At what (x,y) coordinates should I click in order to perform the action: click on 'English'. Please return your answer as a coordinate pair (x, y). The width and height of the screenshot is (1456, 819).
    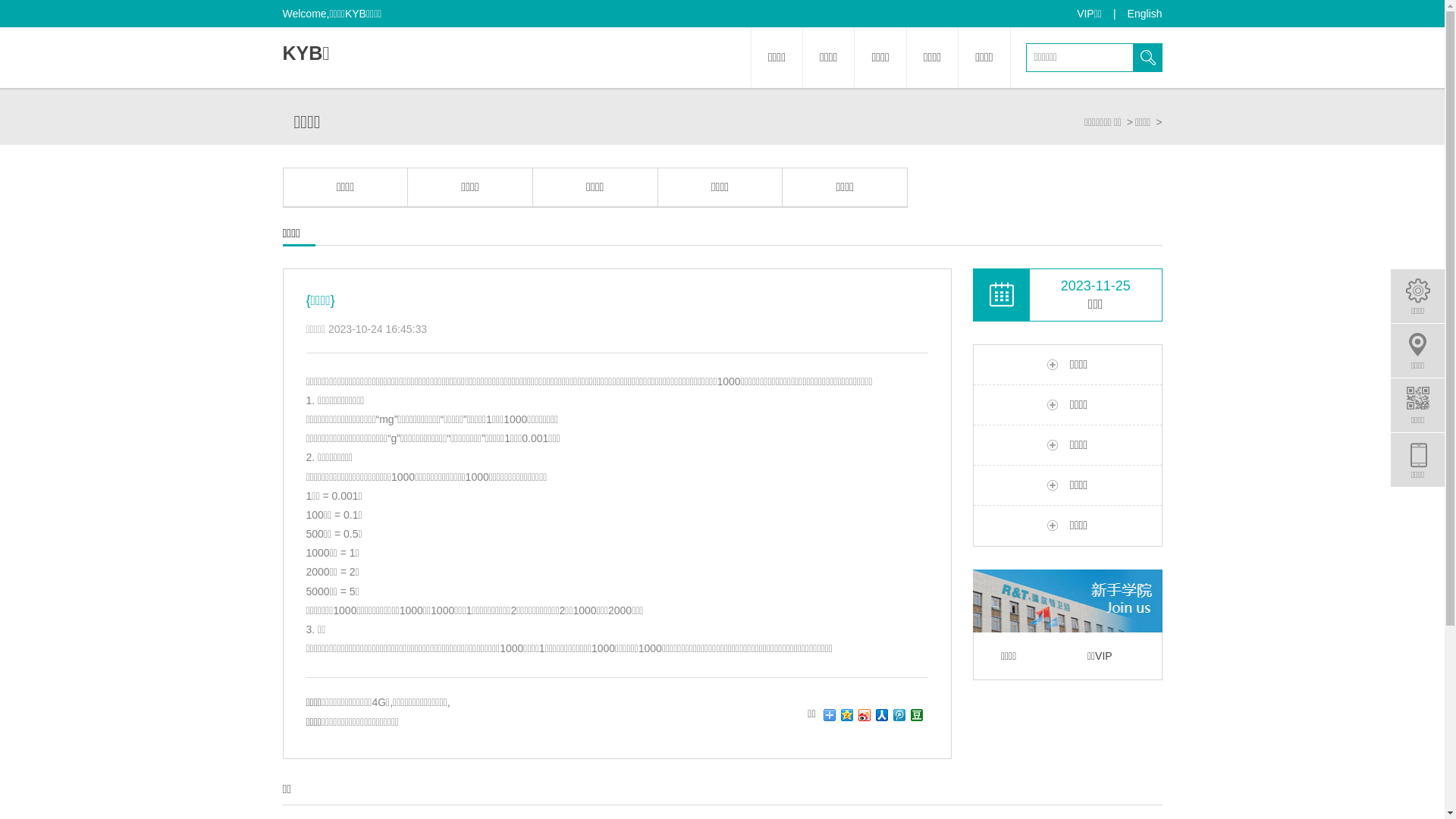
    Looking at the image, I should click on (1145, 14).